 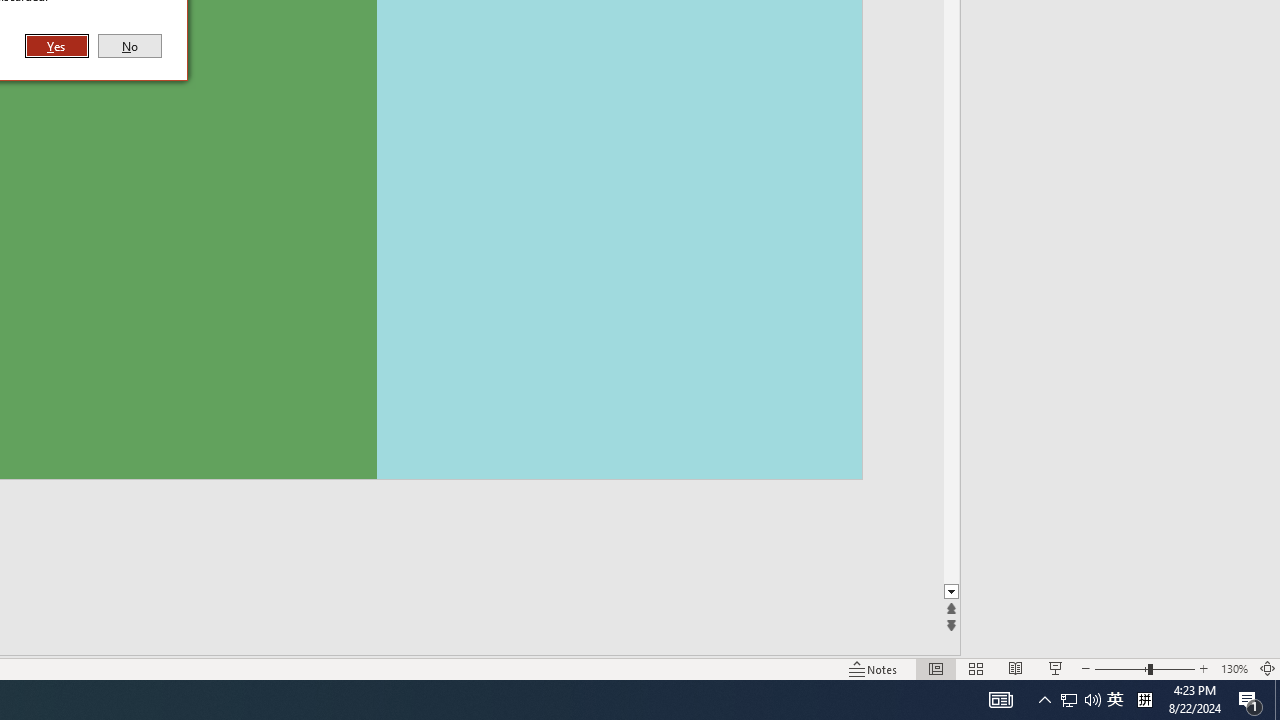 What do you see at coordinates (1233, 669) in the screenshot?
I see `'Zoom 130%'` at bounding box center [1233, 669].